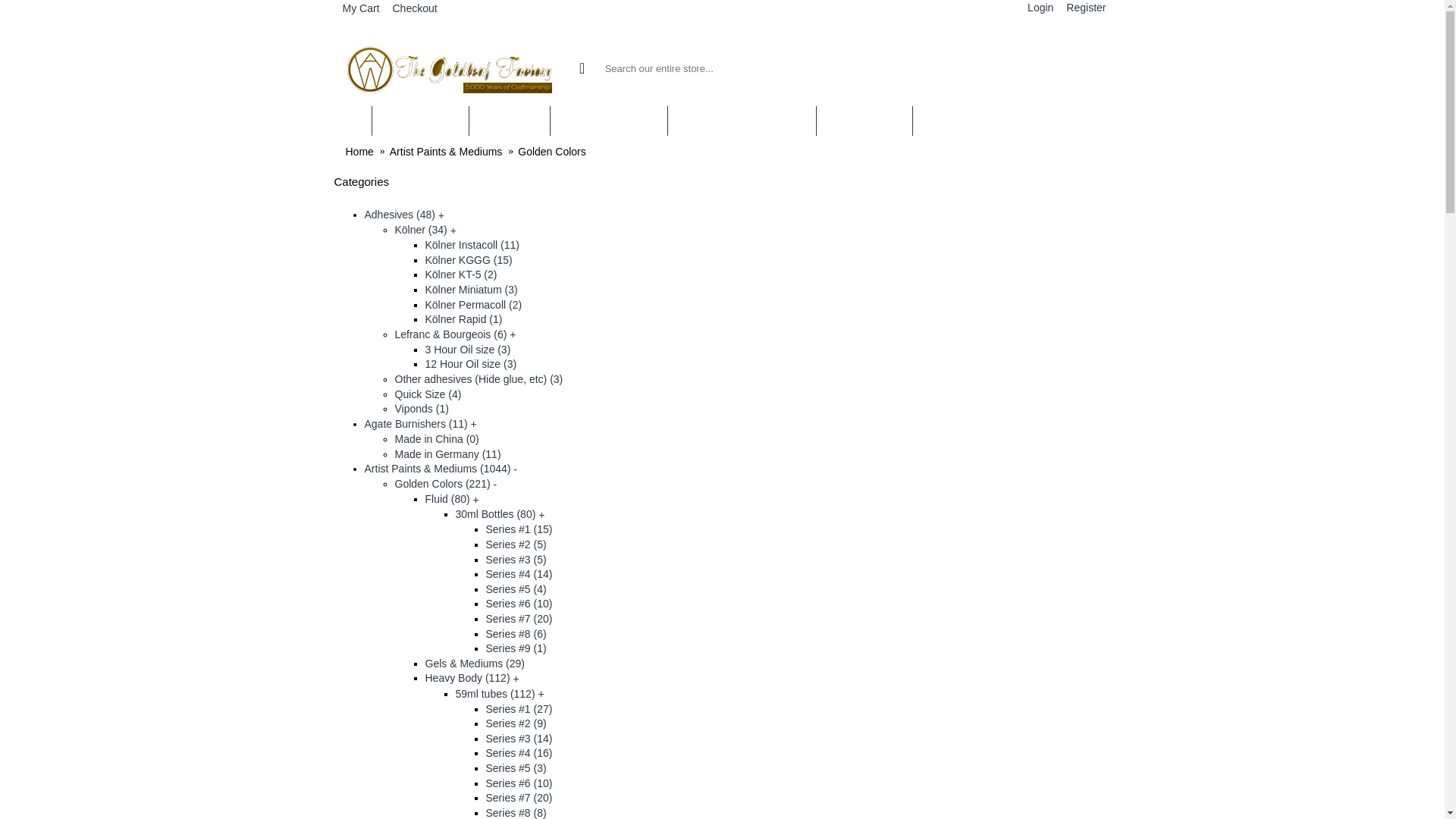  What do you see at coordinates (469, 363) in the screenshot?
I see `'12 Hour Oil size (3)'` at bounding box center [469, 363].